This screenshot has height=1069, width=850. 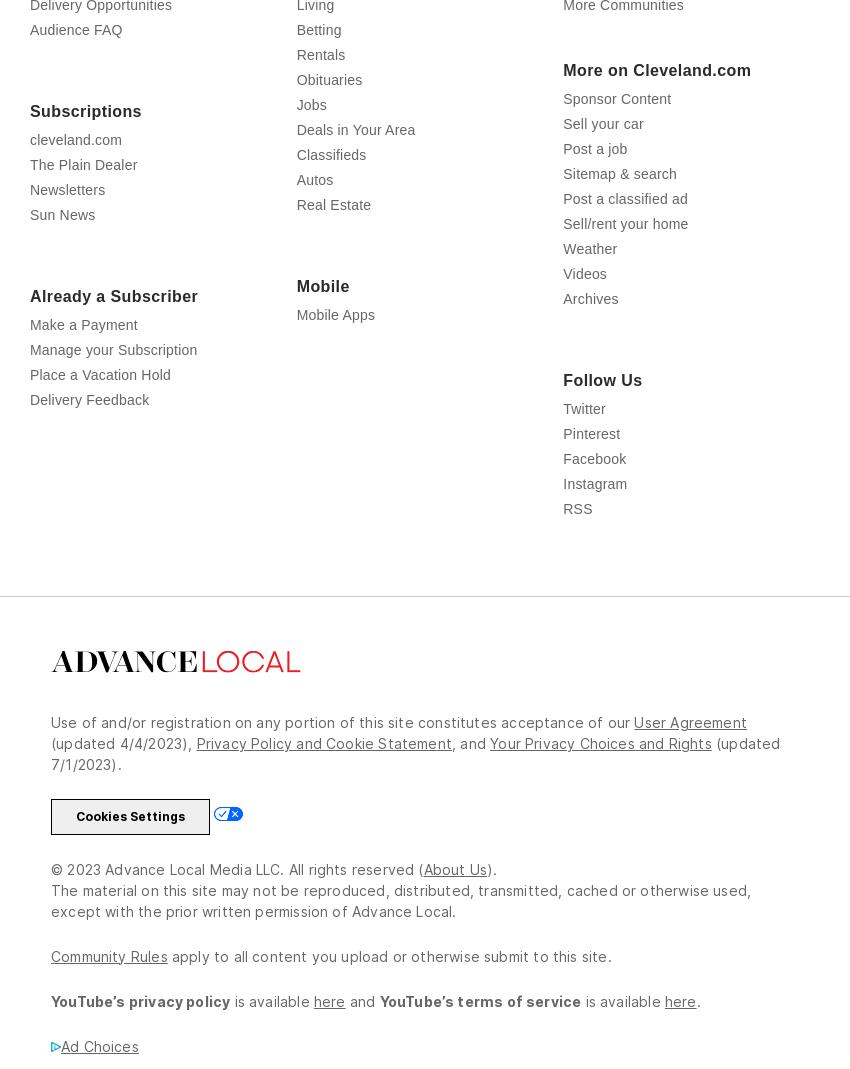 I want to click on 'Opinion', so click(x=320, y=23).